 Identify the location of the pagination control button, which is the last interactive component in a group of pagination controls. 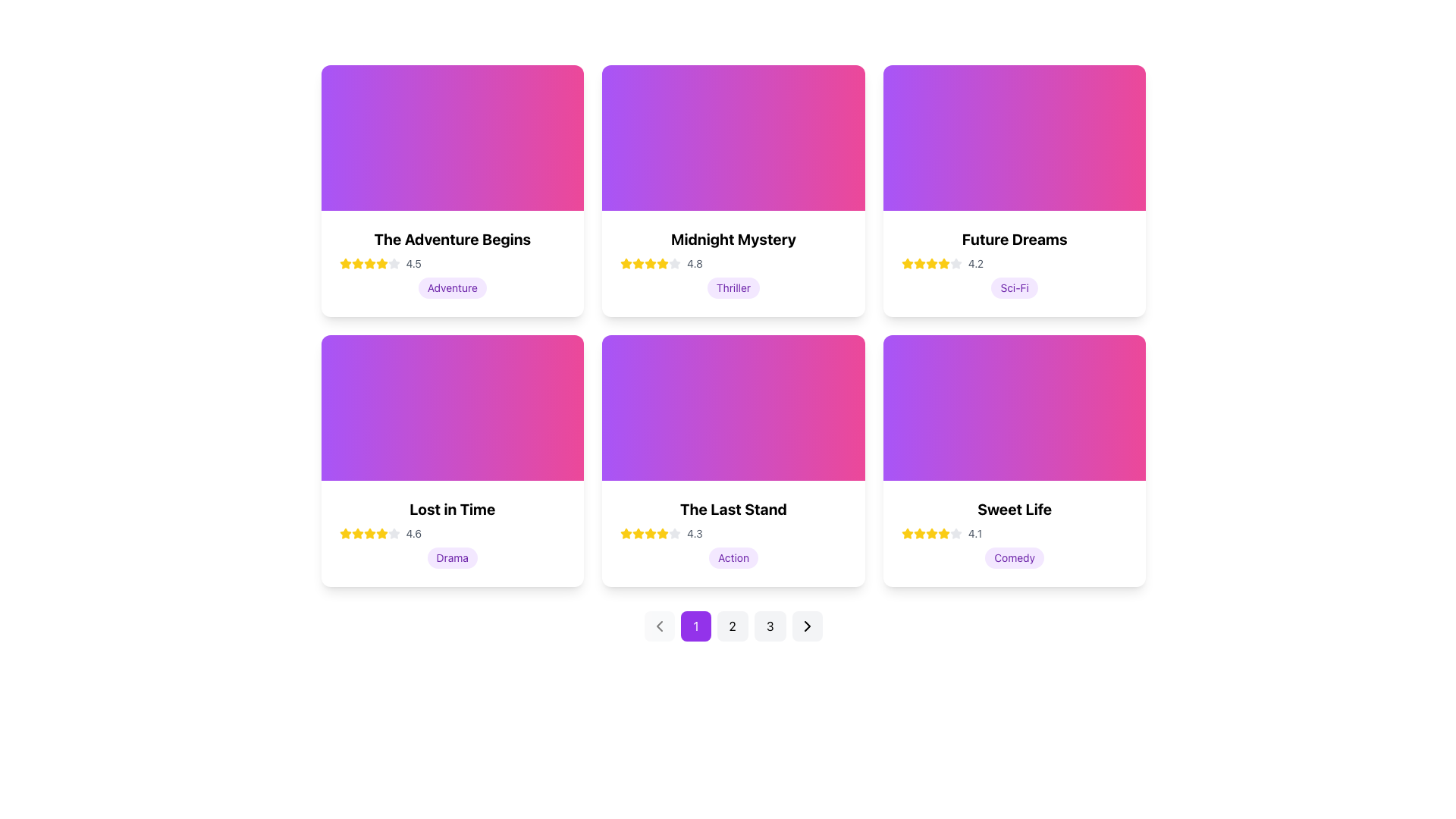
(806, 626).